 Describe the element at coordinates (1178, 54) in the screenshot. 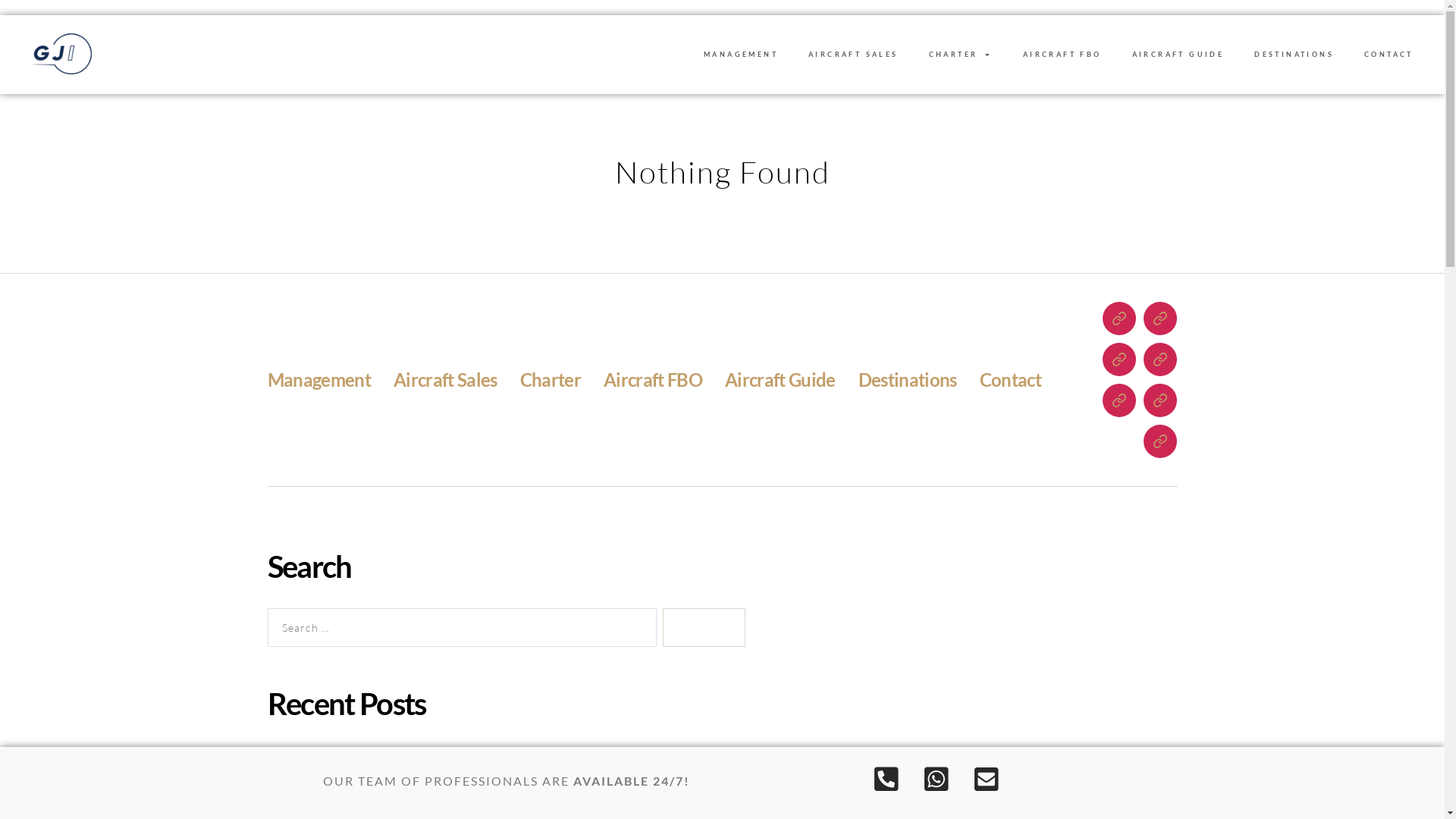

I see `'AIRCRAFT GUIDE'` at that location.